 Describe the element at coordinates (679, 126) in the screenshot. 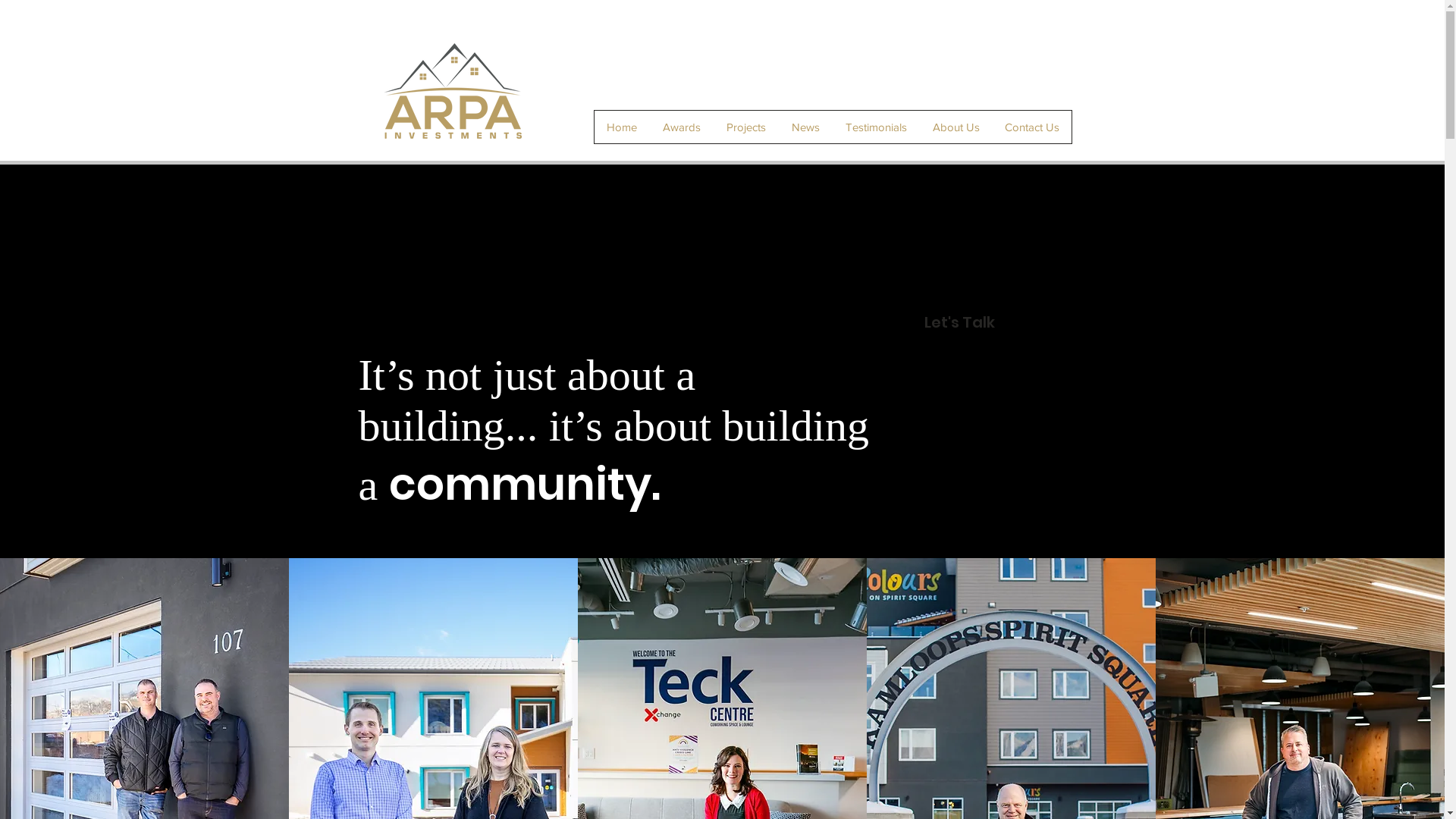

I see `'Awards'` at that location.